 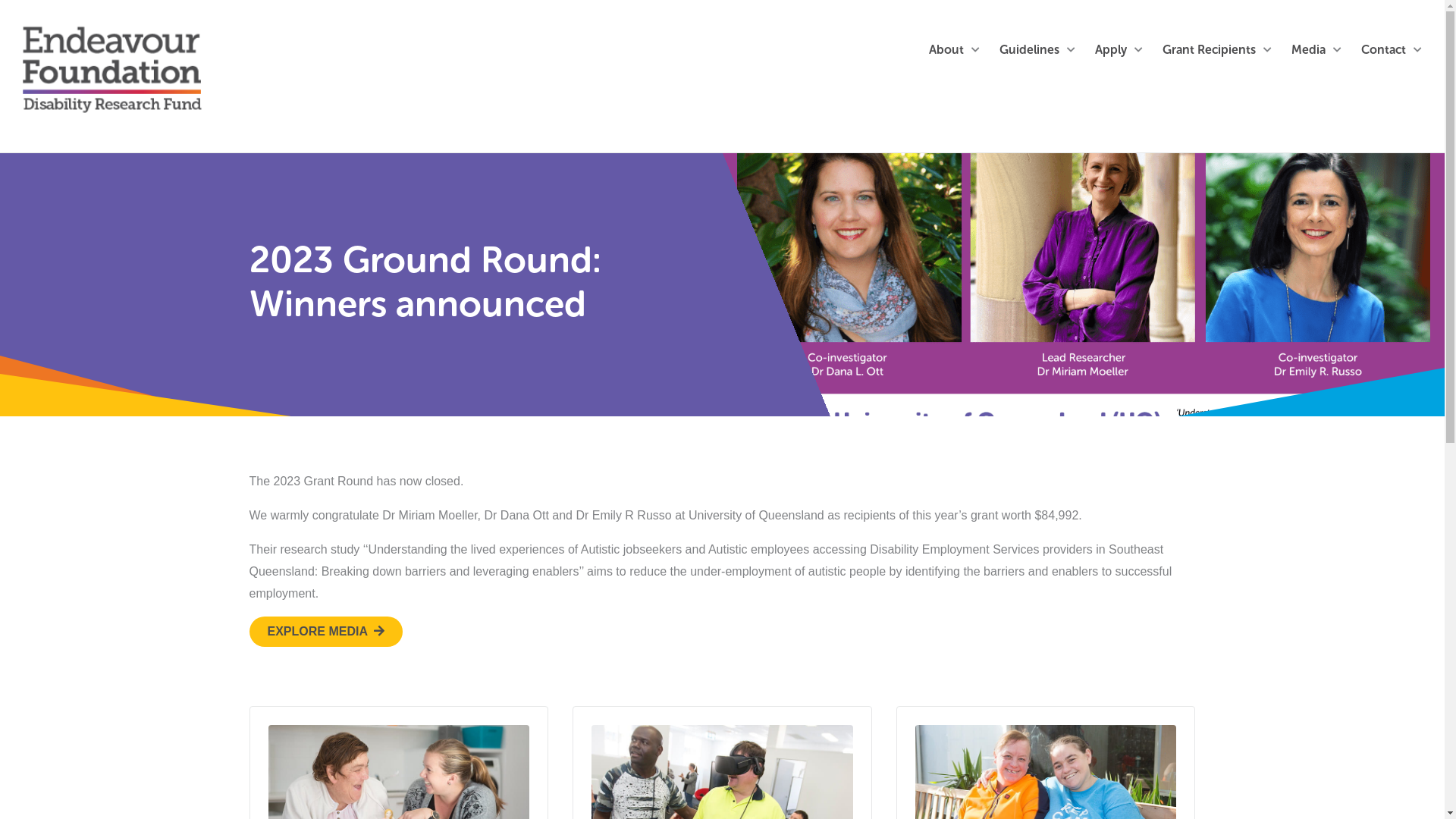 What do you see at coordinates (327, 631) in the screenshot?
I see `'EXPLORE MEDIA'` at bounding box center [327, 631].